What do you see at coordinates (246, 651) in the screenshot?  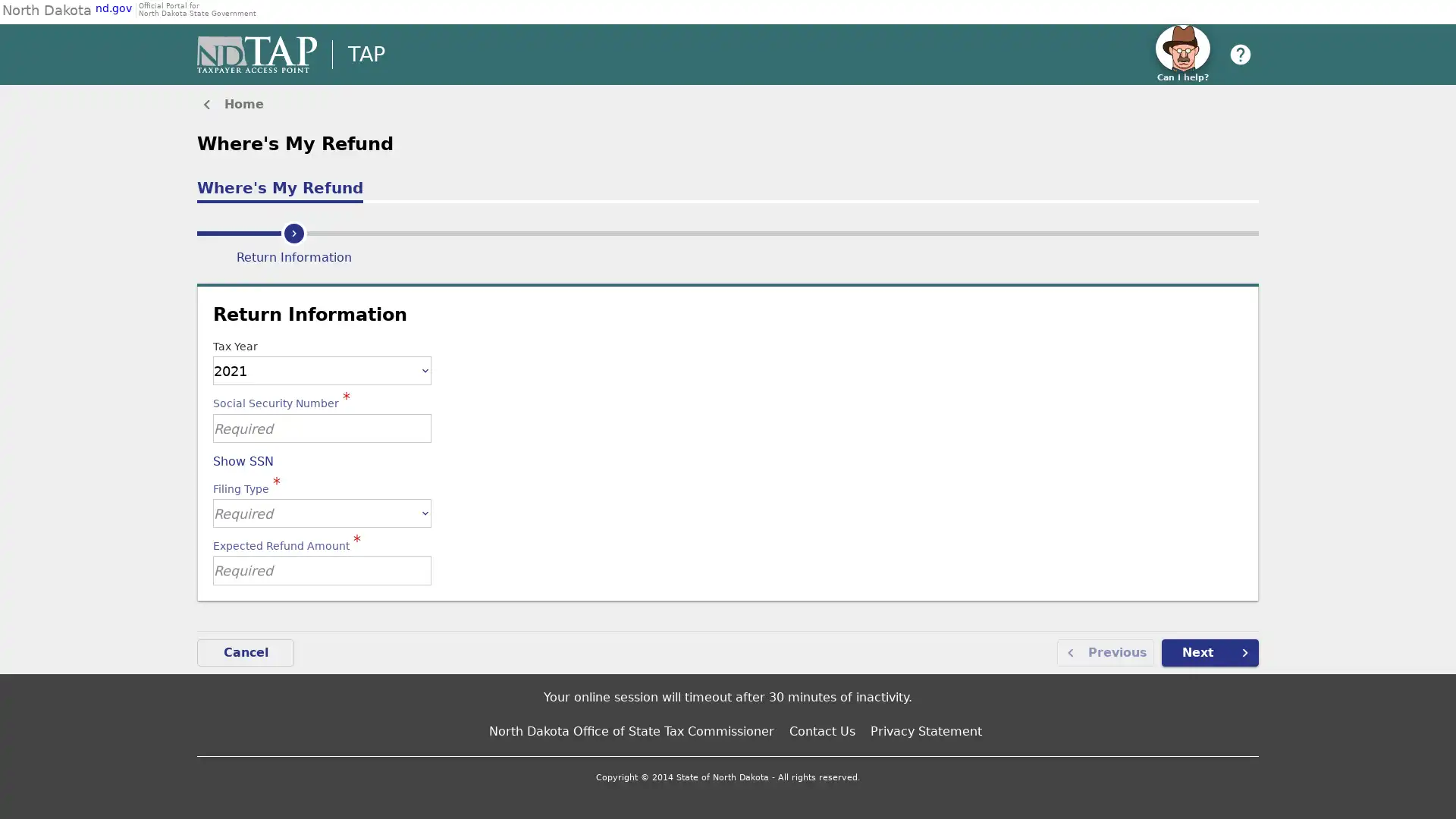 I see `Cancel` at bounding box center [246, 651].